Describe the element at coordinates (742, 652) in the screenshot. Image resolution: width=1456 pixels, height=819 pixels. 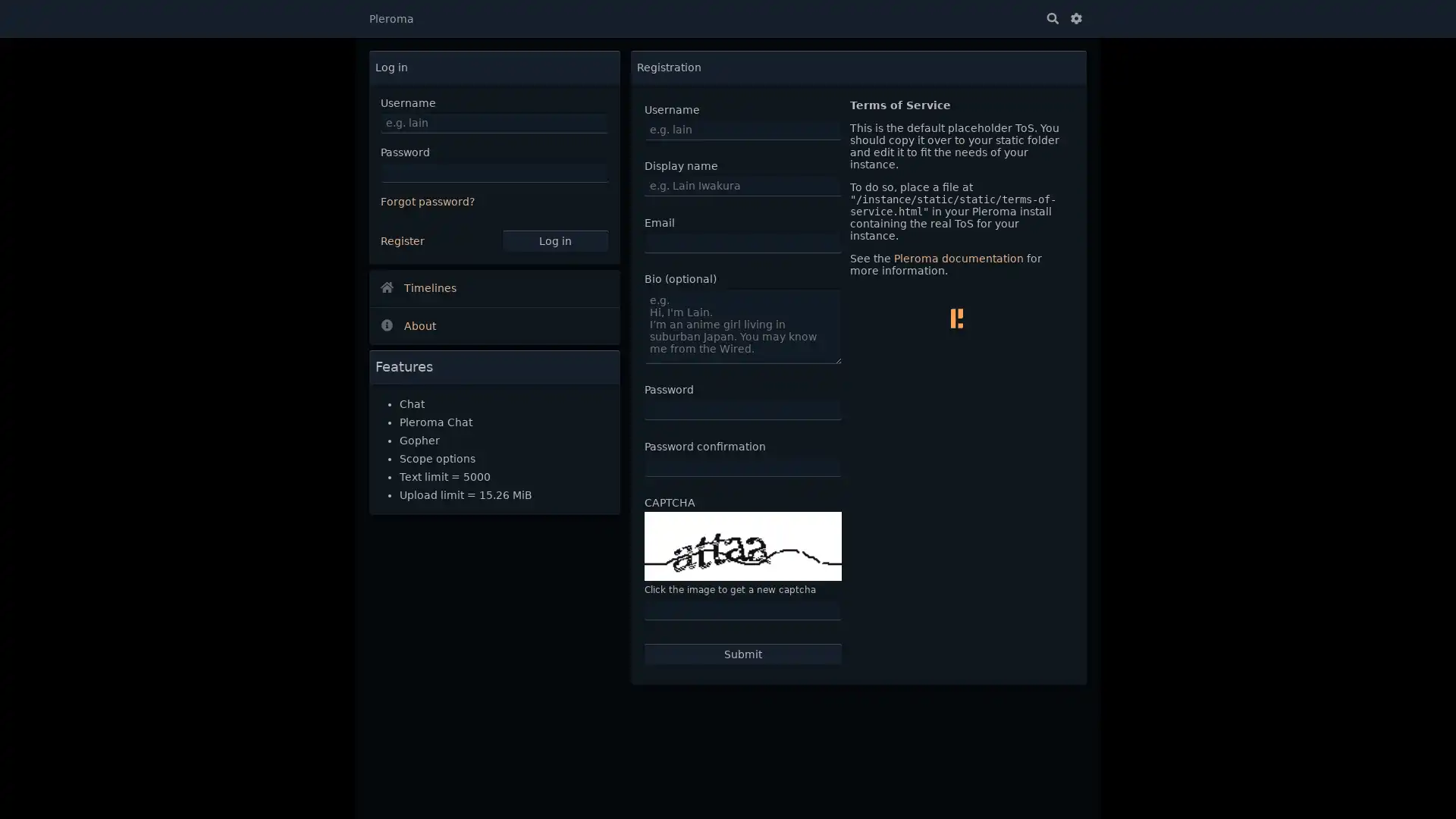
I see `Submit` at that location.